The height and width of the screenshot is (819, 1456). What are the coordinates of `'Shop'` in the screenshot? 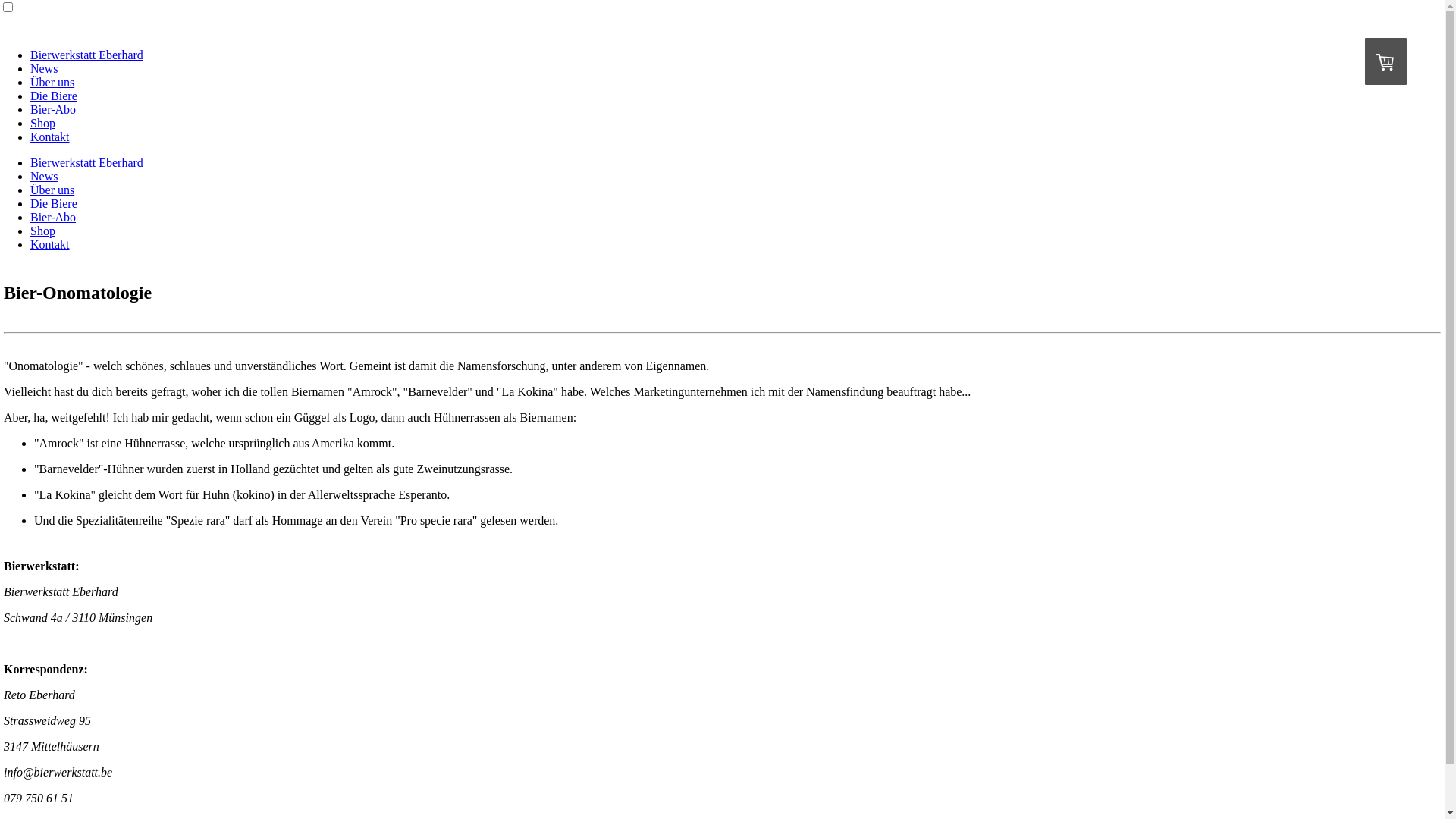 It's located at (42, 122).